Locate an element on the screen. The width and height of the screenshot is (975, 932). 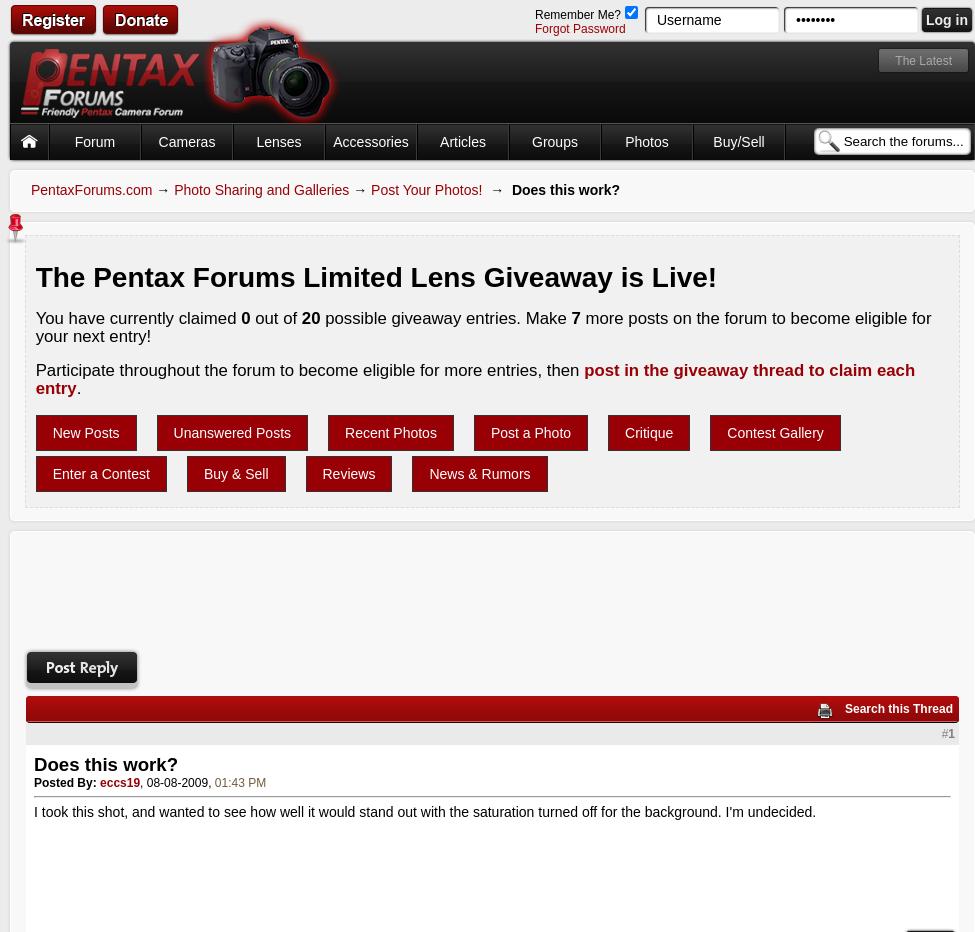
'Photo Sharing and Galleries' is located at coordinates (261, 190).